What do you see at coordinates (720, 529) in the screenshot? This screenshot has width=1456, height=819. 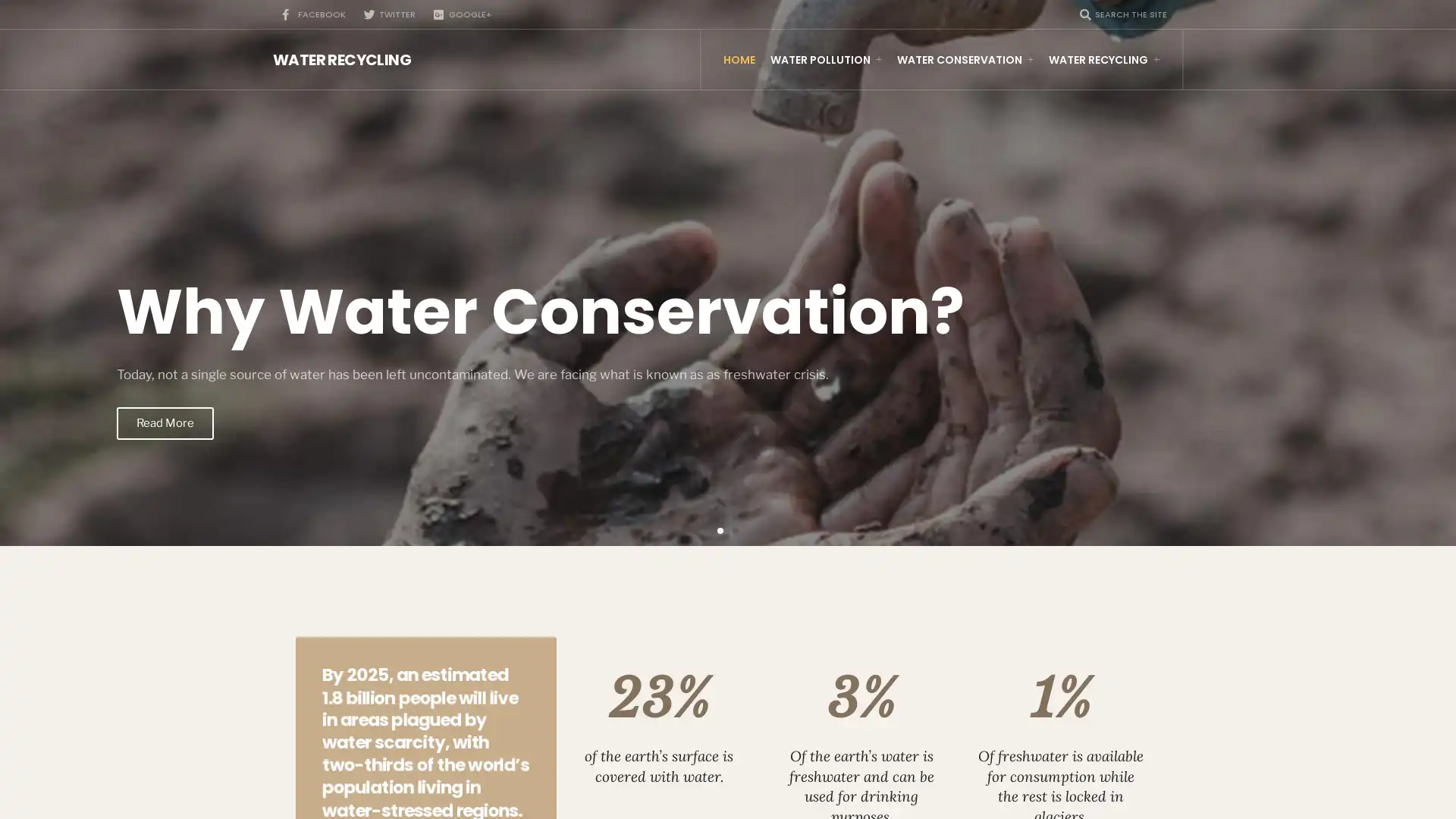 I see `Go to slide 1` at bounding box center [720, 529].